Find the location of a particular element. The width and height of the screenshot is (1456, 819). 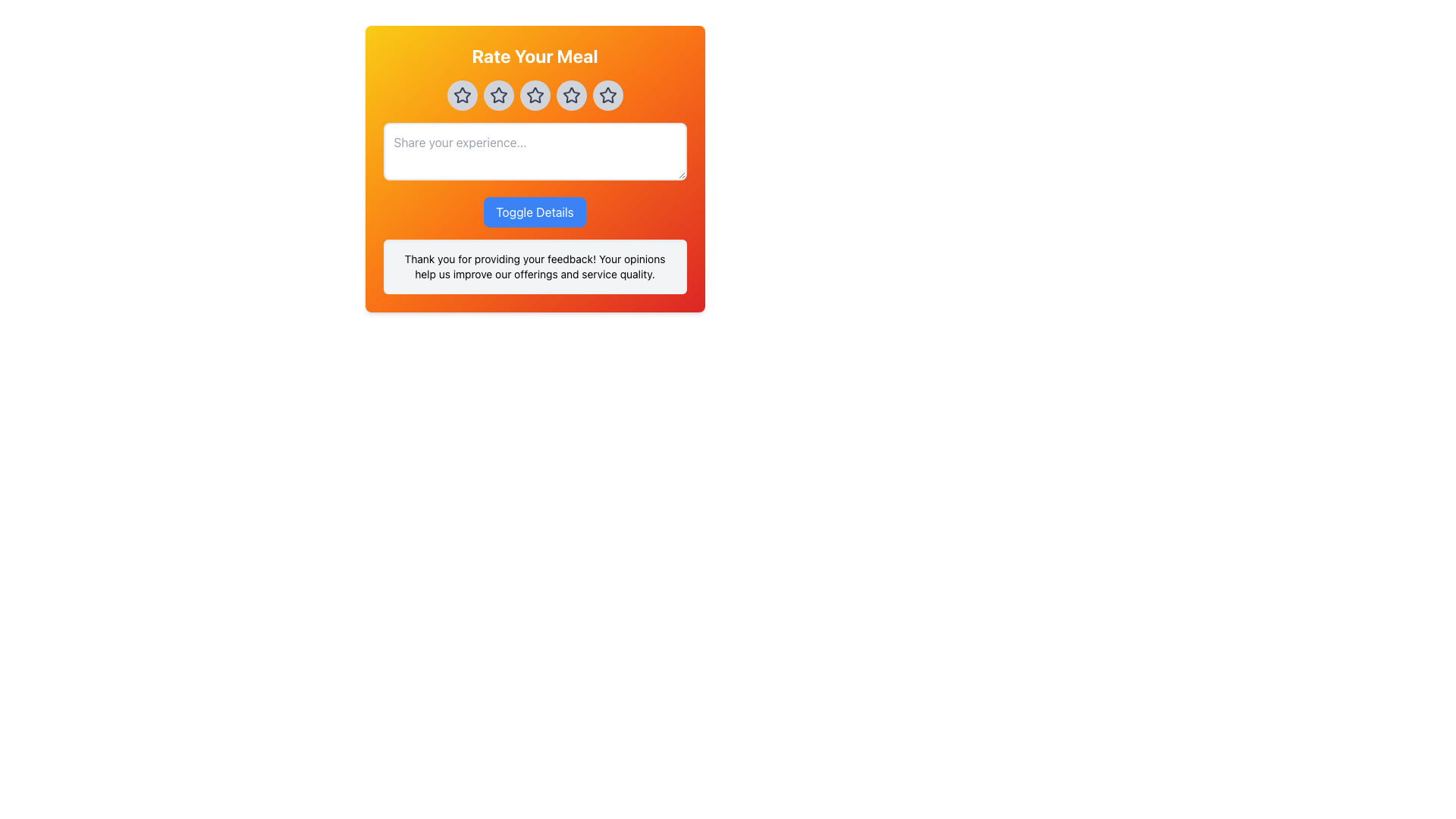

the fourth star button in the star rating sequence is located at coordinates (570, 96).